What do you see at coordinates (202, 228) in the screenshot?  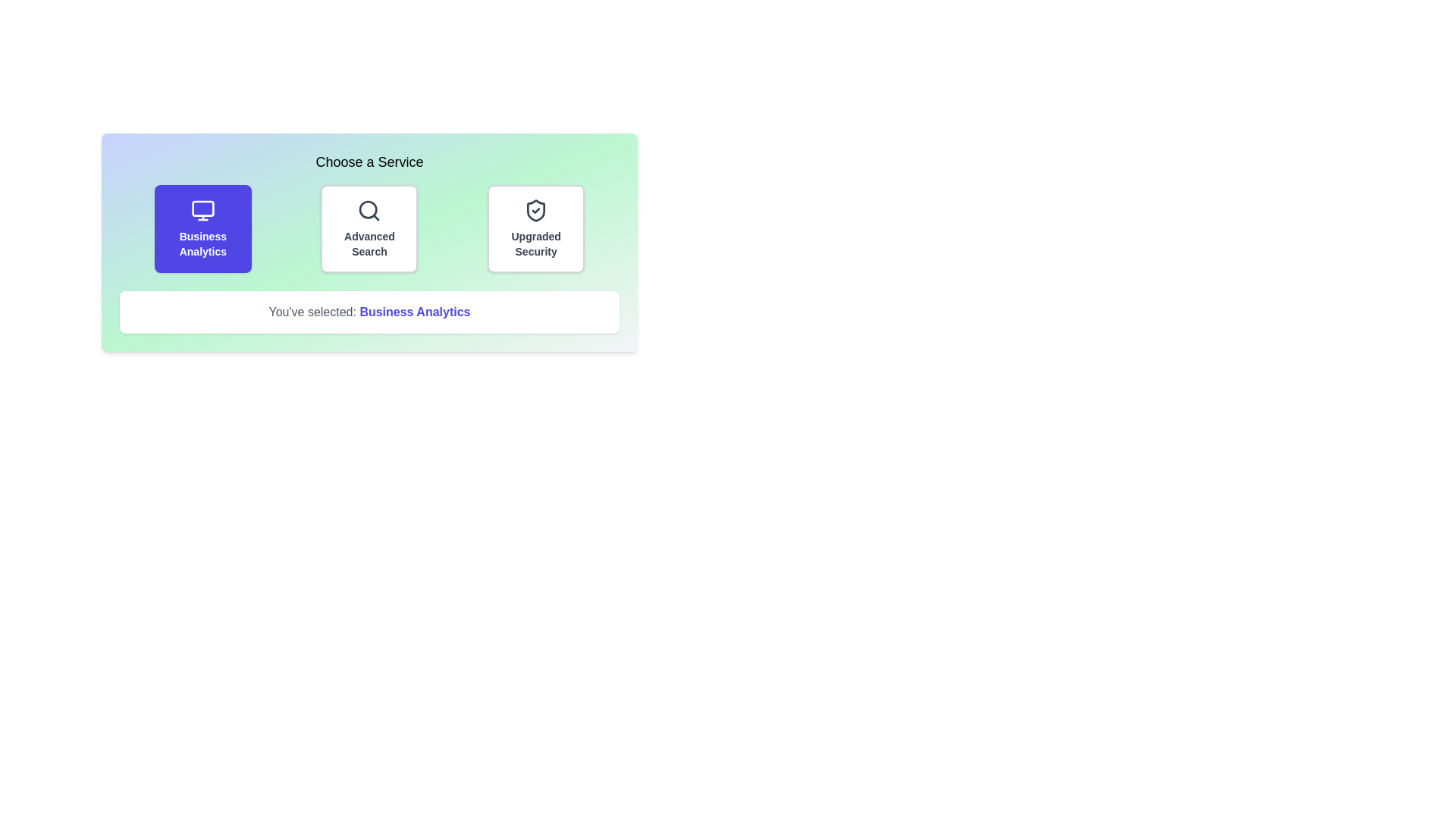 I see `the service option Business Analytics` at bounding box center [202, 228].